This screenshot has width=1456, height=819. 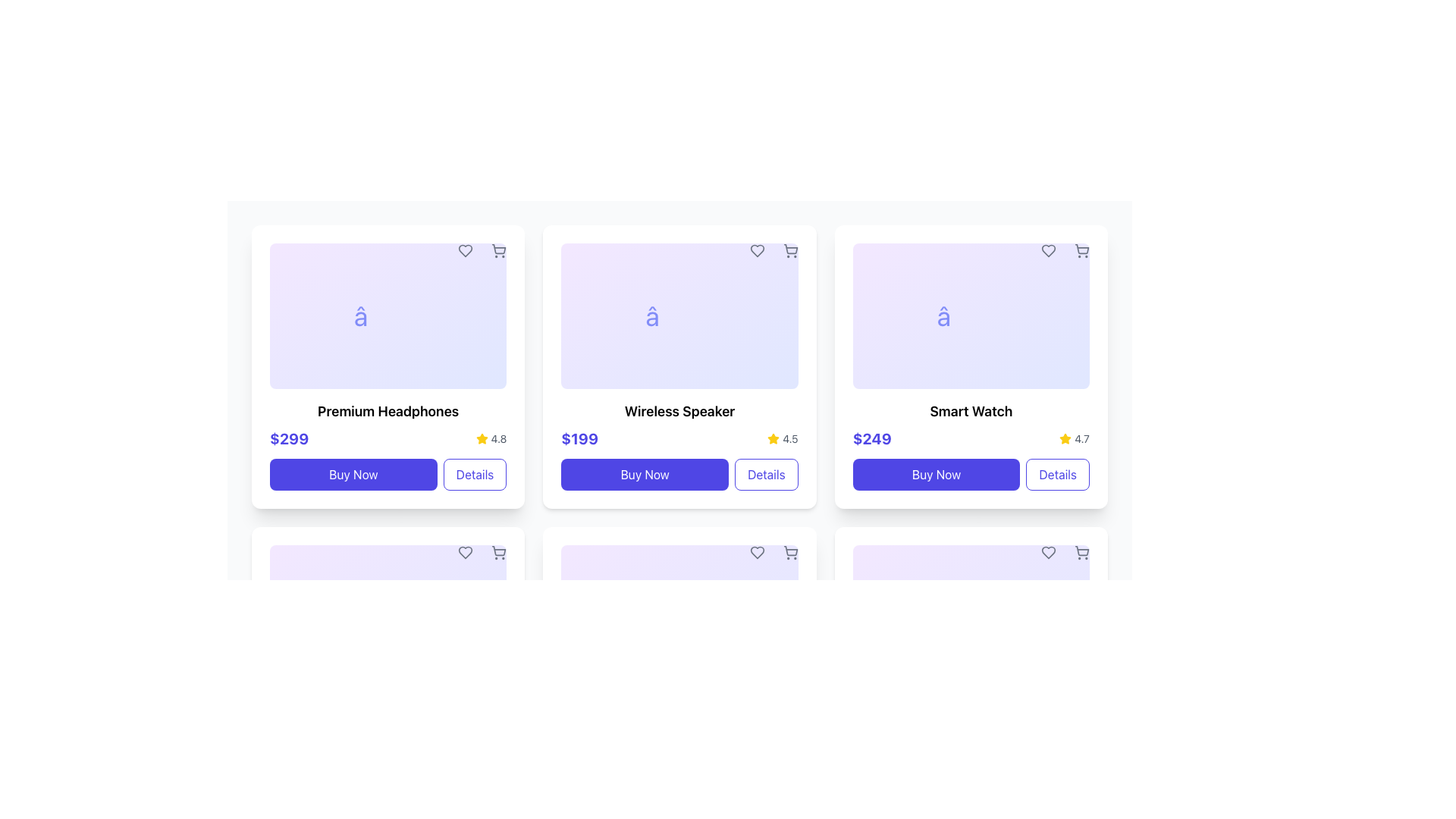 What do you see at coordinates (499, 250) in the screenshot?
I see `the circular interactive button with a shopping cart icon located at the top-right corner of the 'Premium Headphones' product card` at bounding box center [499, 250].